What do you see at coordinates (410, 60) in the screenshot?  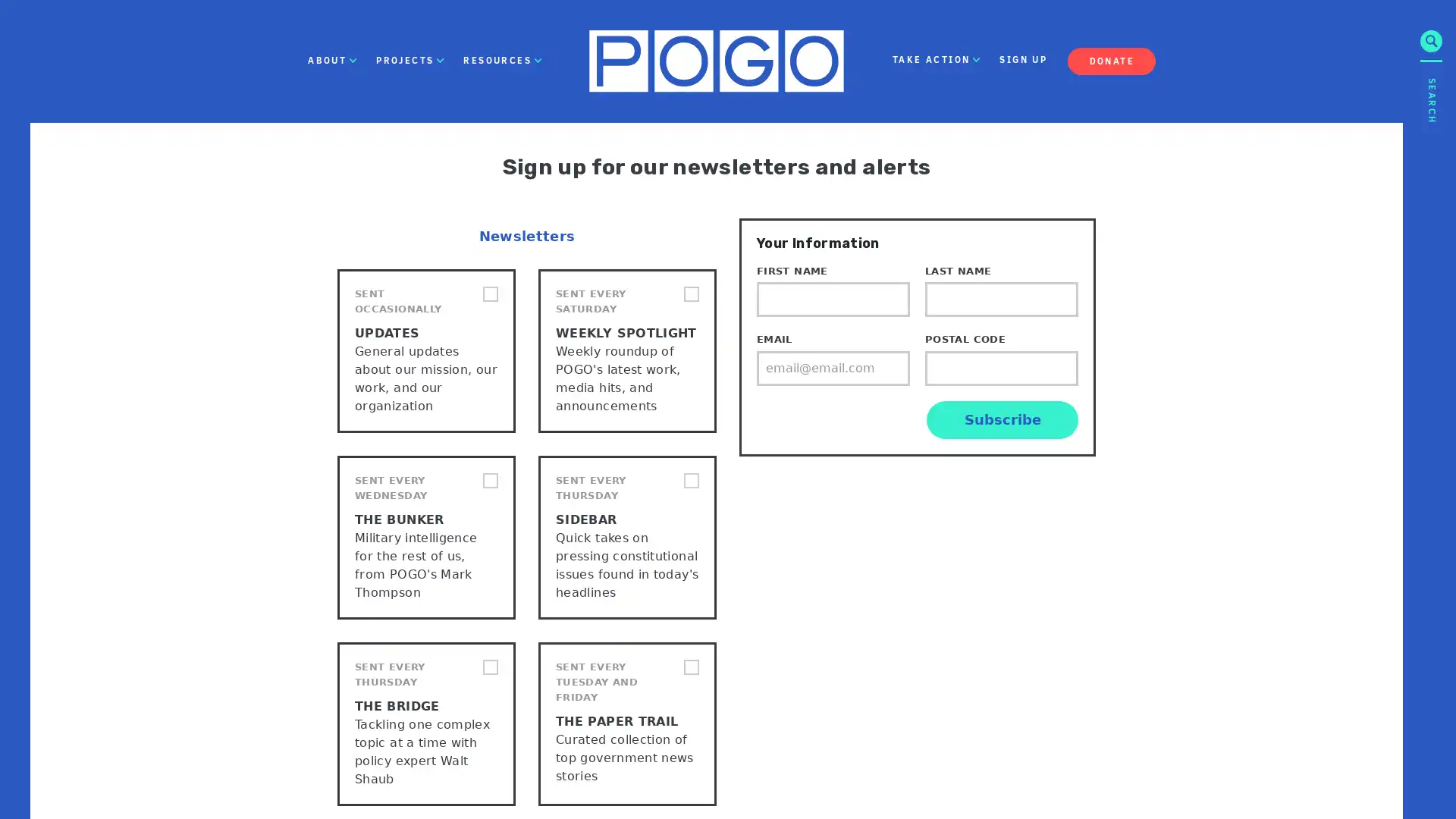 I see `PROJECTS` at bounding box center [410, 60].